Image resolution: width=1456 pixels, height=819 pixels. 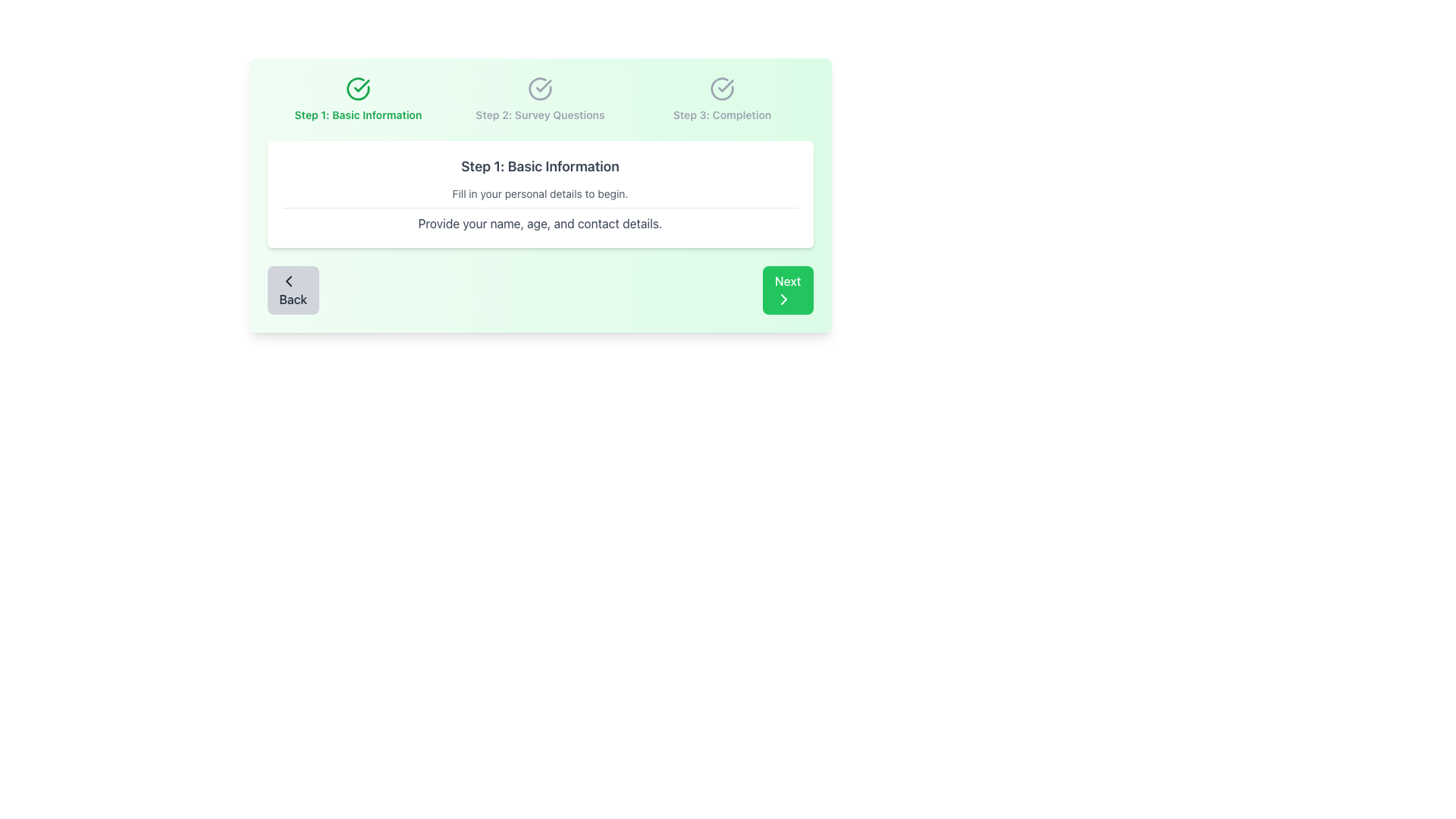 What do you see at coordinates (540, 114) in the screenshot?
I see `the text label displaying 'Step 2: Survey Questions', which is centrally located under a checkmark icon and indicates the second step of a process` at bounding box center [540, 114].